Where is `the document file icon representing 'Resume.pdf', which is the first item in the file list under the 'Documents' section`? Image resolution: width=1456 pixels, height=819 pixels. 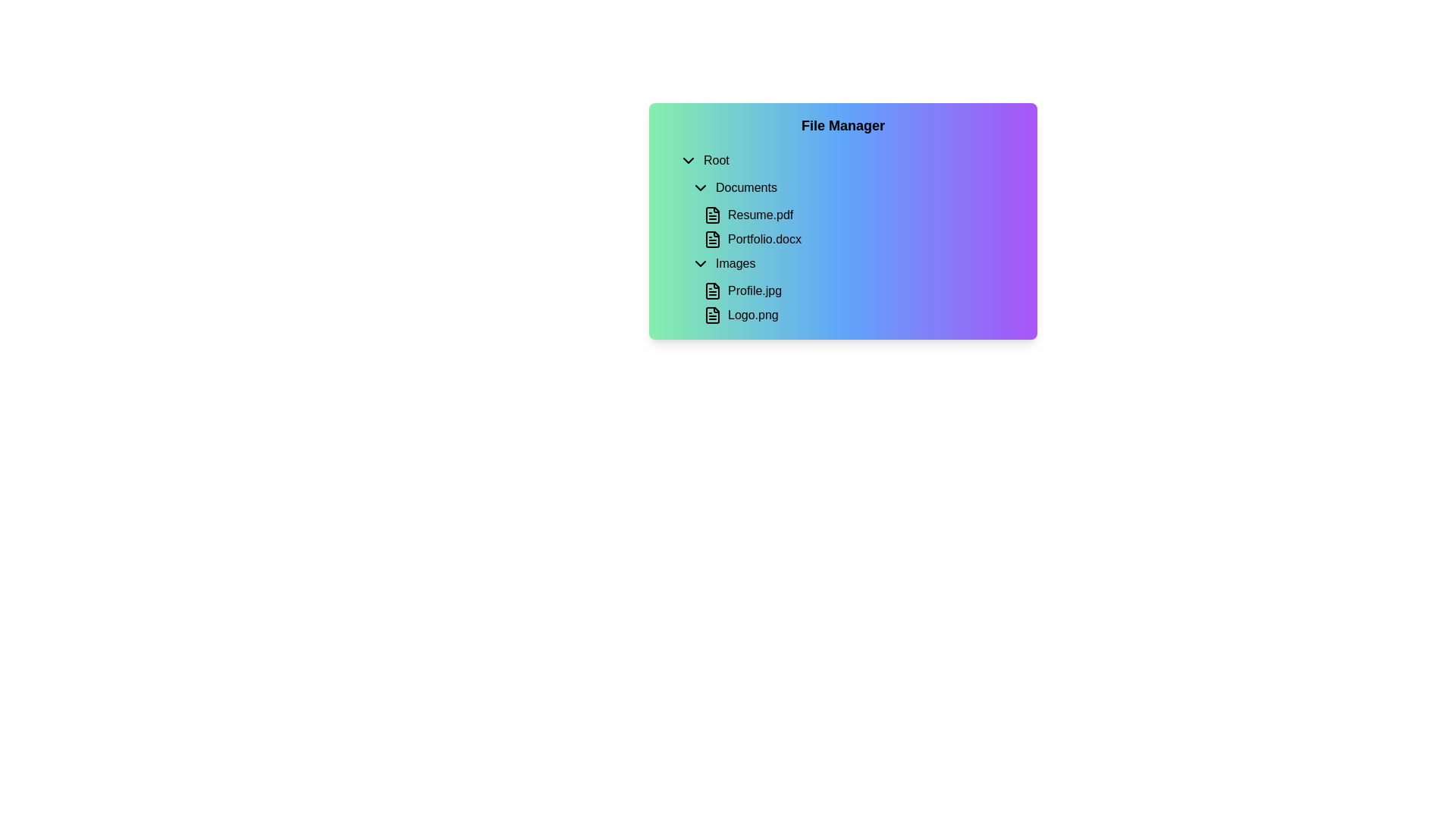
the document file icon representing 'Resume.pdf', which is the first item in the file list under the 'Documents' section is located at coordinates (712, 215).